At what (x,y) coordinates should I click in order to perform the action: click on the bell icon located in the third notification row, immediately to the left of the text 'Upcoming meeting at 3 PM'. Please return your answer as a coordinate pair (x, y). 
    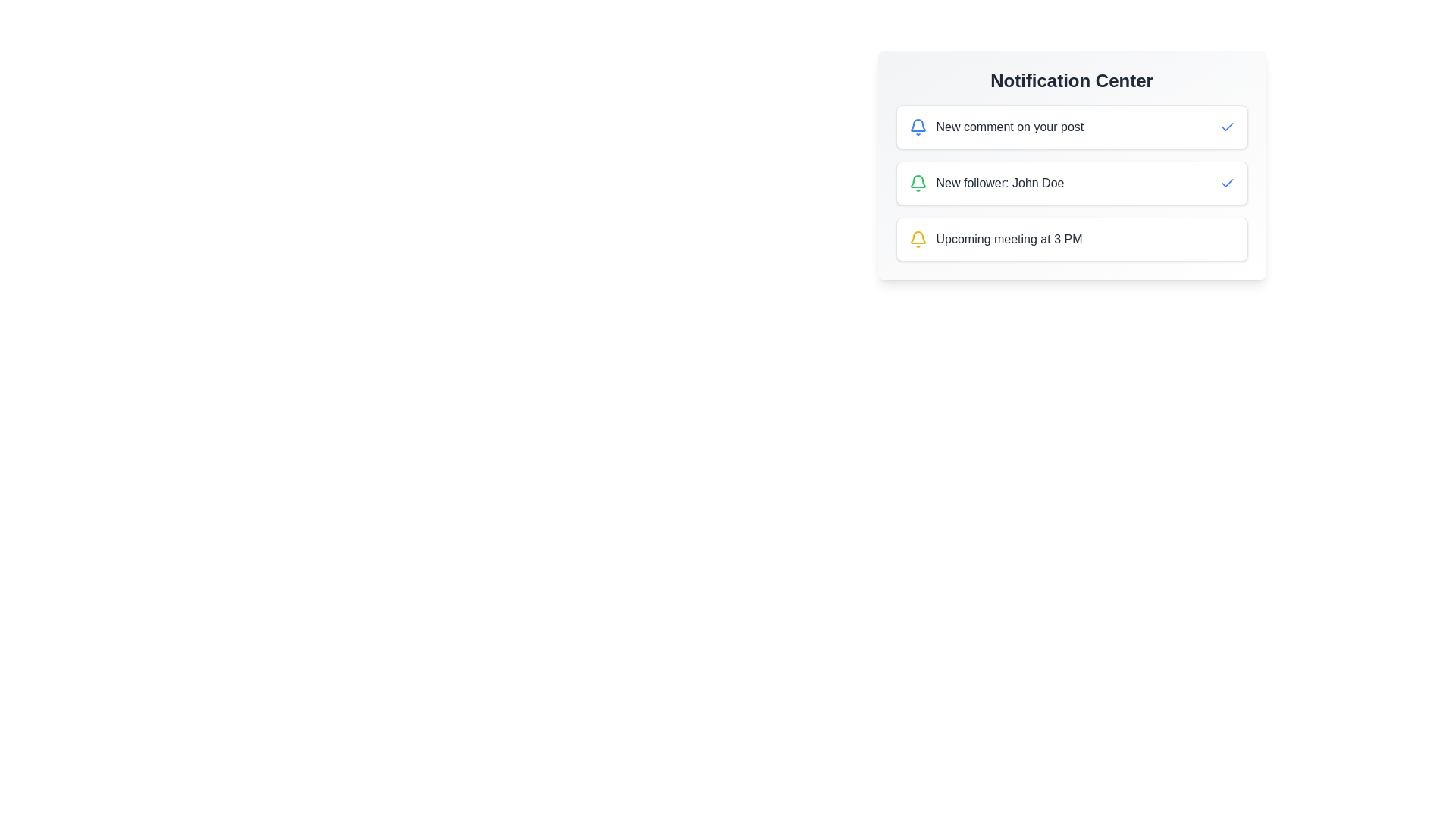
    Looking at the image, I should click on (917, 239).